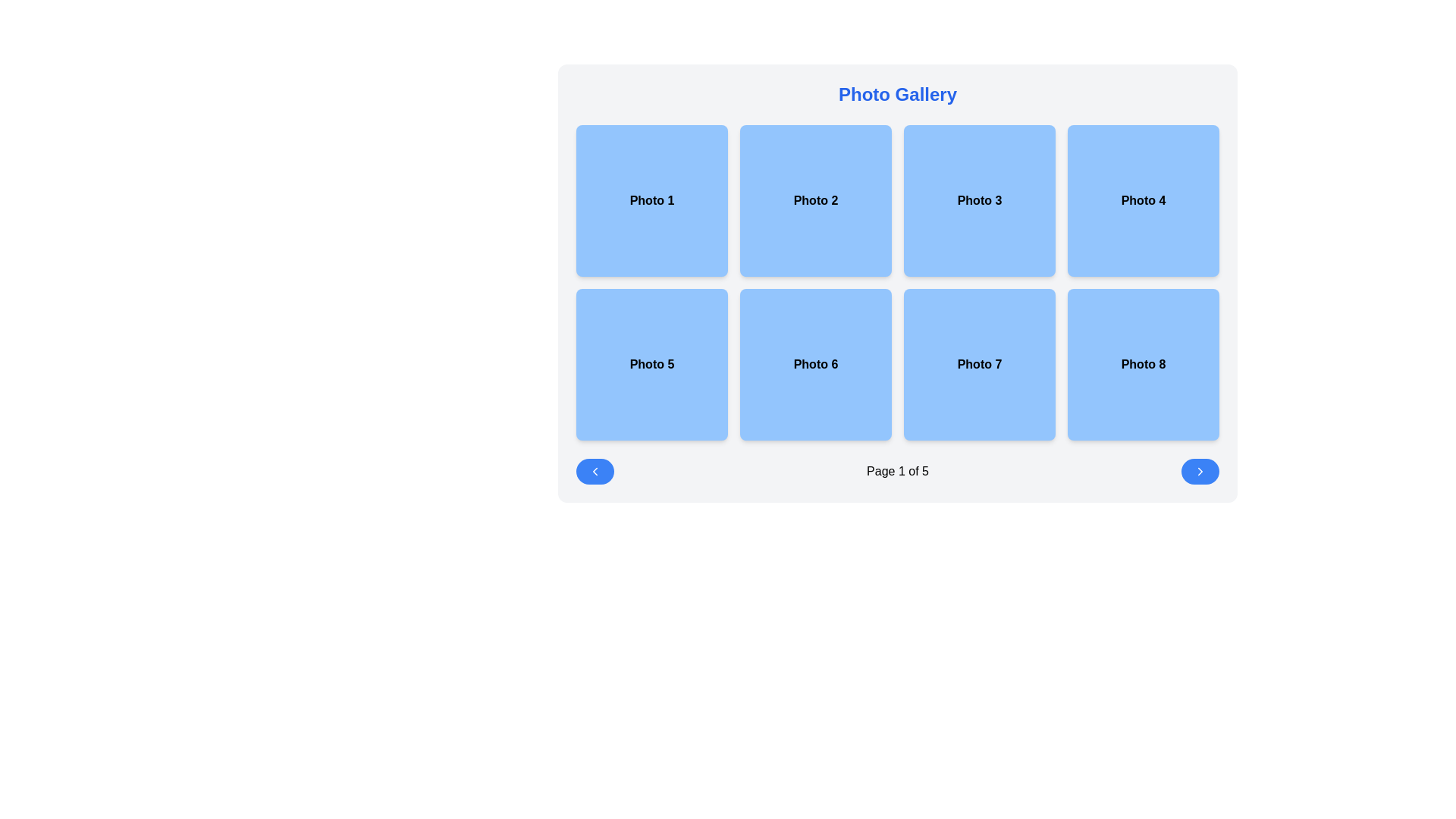 The width and height of the screenshot is (1456, 819). Describe the element at coordinates (898, 470) in the screenshot. I see `the static text element displaying 'Page 1 of 5', which is positioned in the center below the grid layout and between two navigational arrows` at that location.